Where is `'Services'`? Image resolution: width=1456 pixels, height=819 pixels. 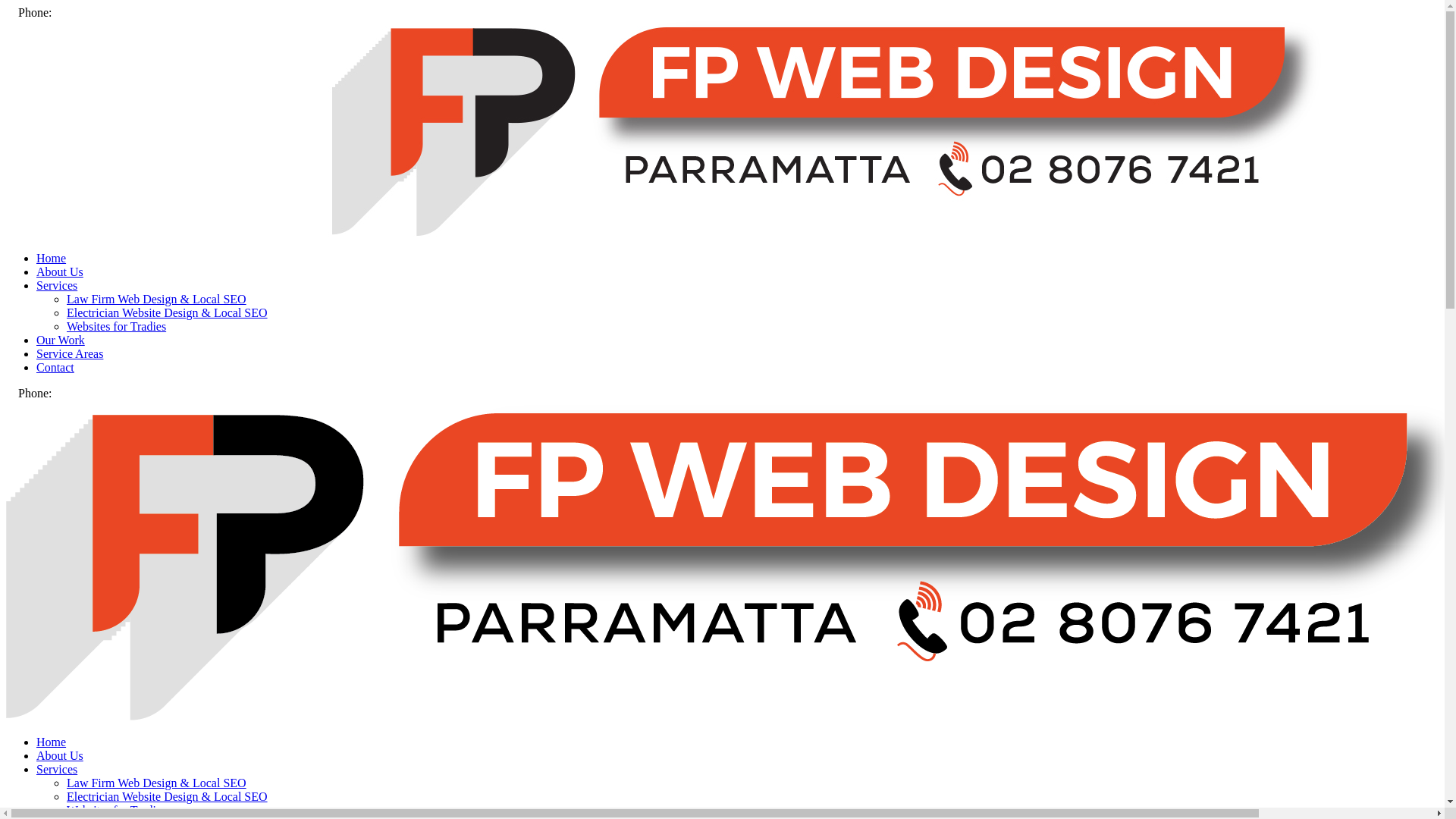
'Services' is located at coordinates (36, 769).